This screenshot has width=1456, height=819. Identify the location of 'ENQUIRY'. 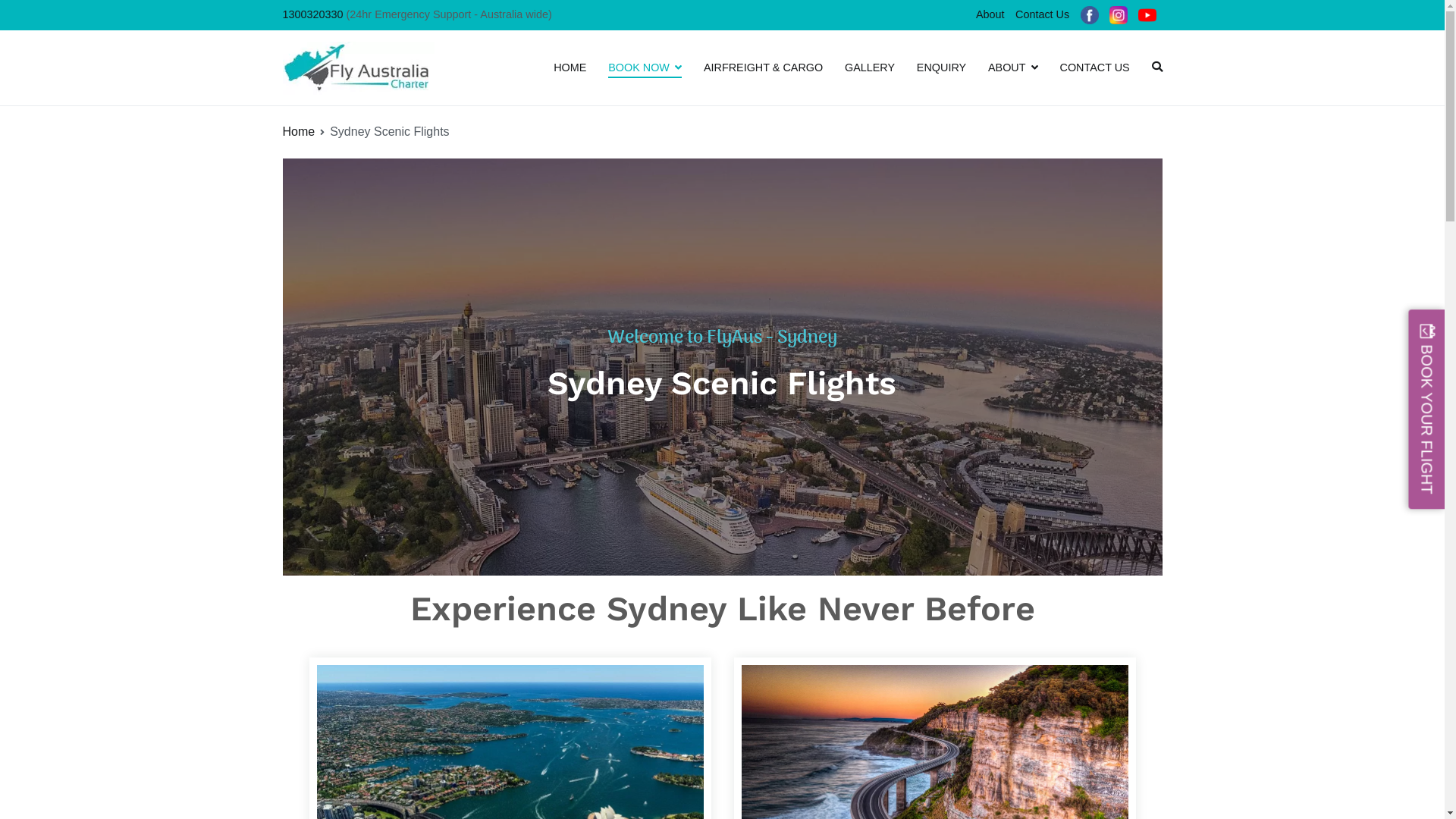
(940, 67).